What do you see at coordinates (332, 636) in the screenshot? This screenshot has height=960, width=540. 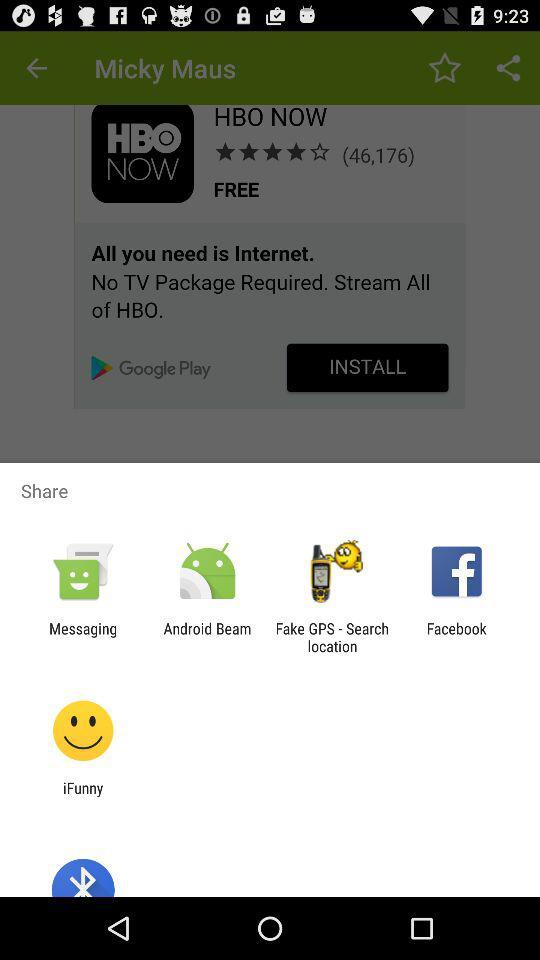 I see `app next to the android beam` at bounding box center [332, 636].